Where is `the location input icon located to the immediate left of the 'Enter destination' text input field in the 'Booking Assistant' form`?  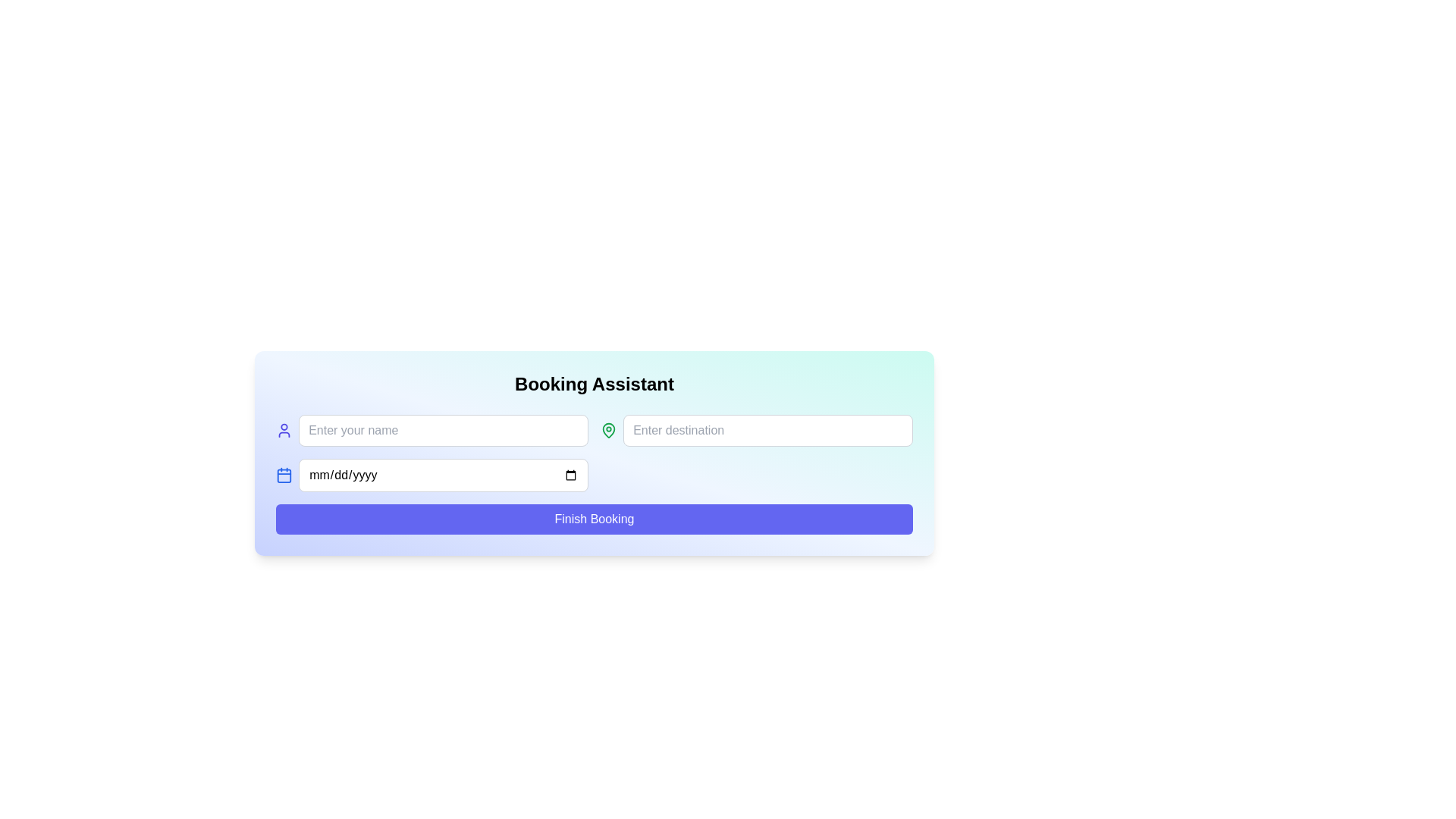
the location input icon located to the immediate left of the 'Enter destination' text input field in the 'Booking Assistant' form is located at coordinates (609, 430).